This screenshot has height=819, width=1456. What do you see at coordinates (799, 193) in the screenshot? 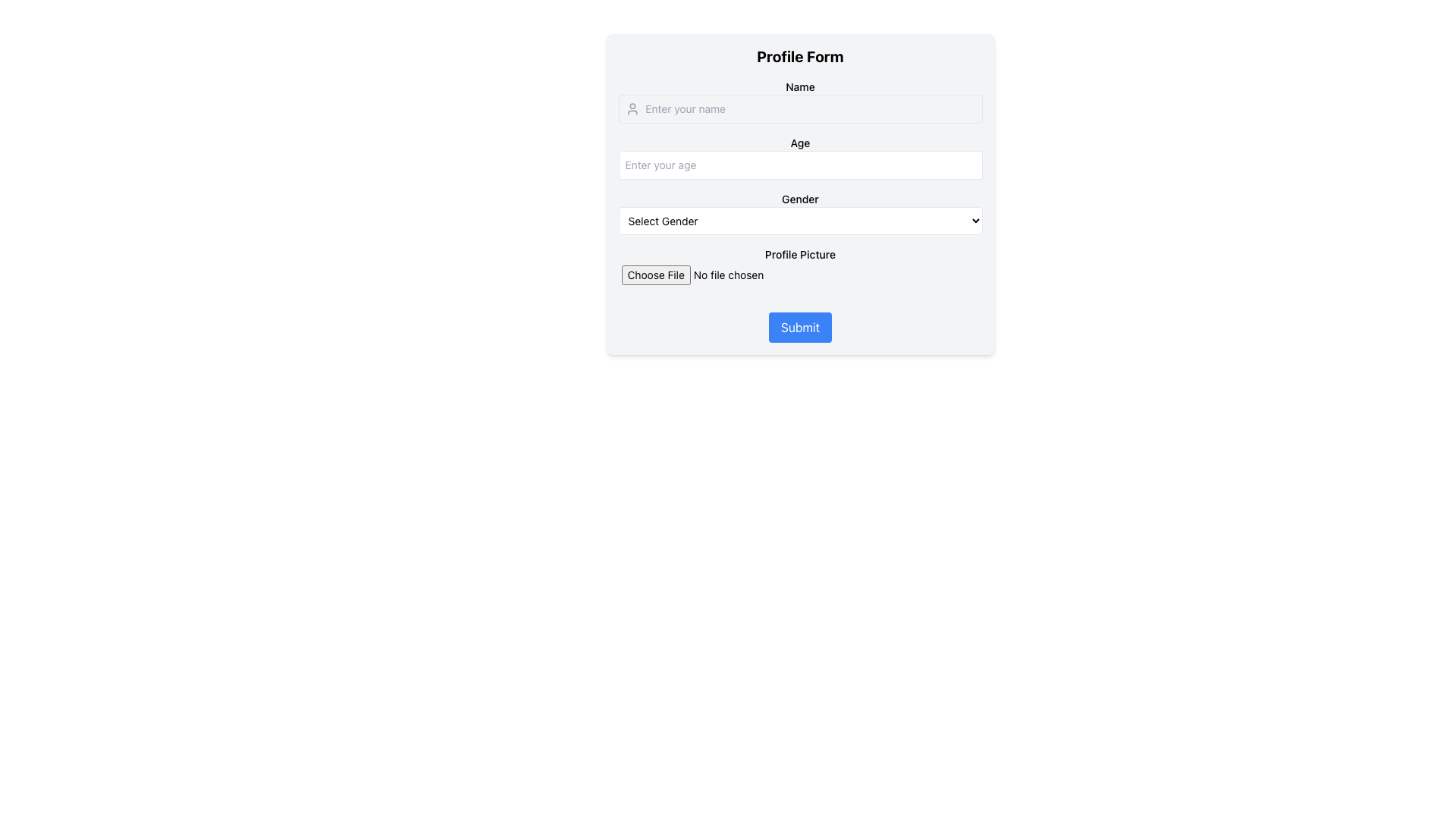
I see `the gender dropdown menu located under the 'Gender' label in the 'Profile Form'` at bounding box center [799, 193].